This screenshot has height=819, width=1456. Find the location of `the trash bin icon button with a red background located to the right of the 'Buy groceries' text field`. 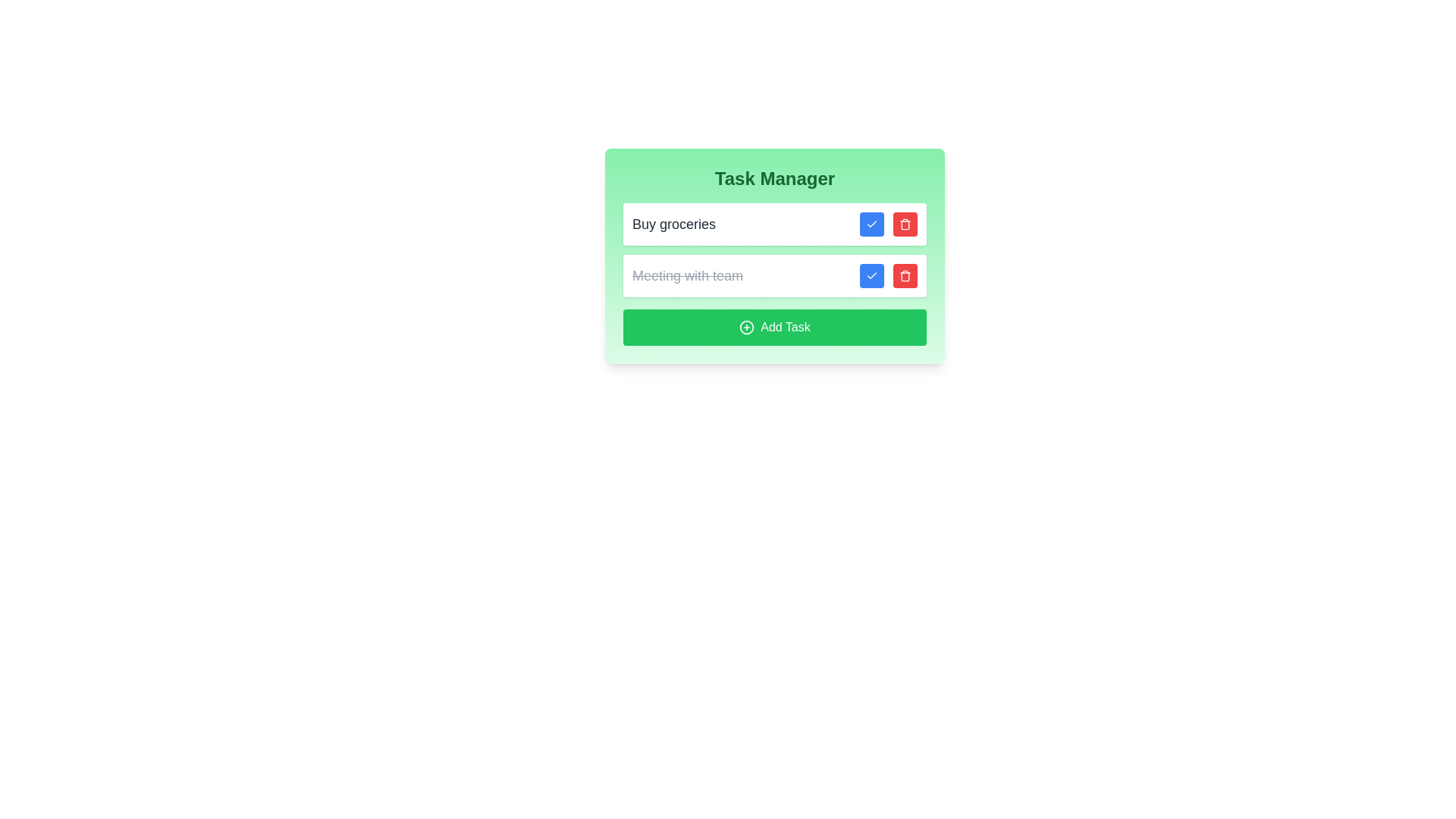

the trash bin icon button with a red background located to the right of the 'Buy groceries' text field is located at coordinates (905, 224).